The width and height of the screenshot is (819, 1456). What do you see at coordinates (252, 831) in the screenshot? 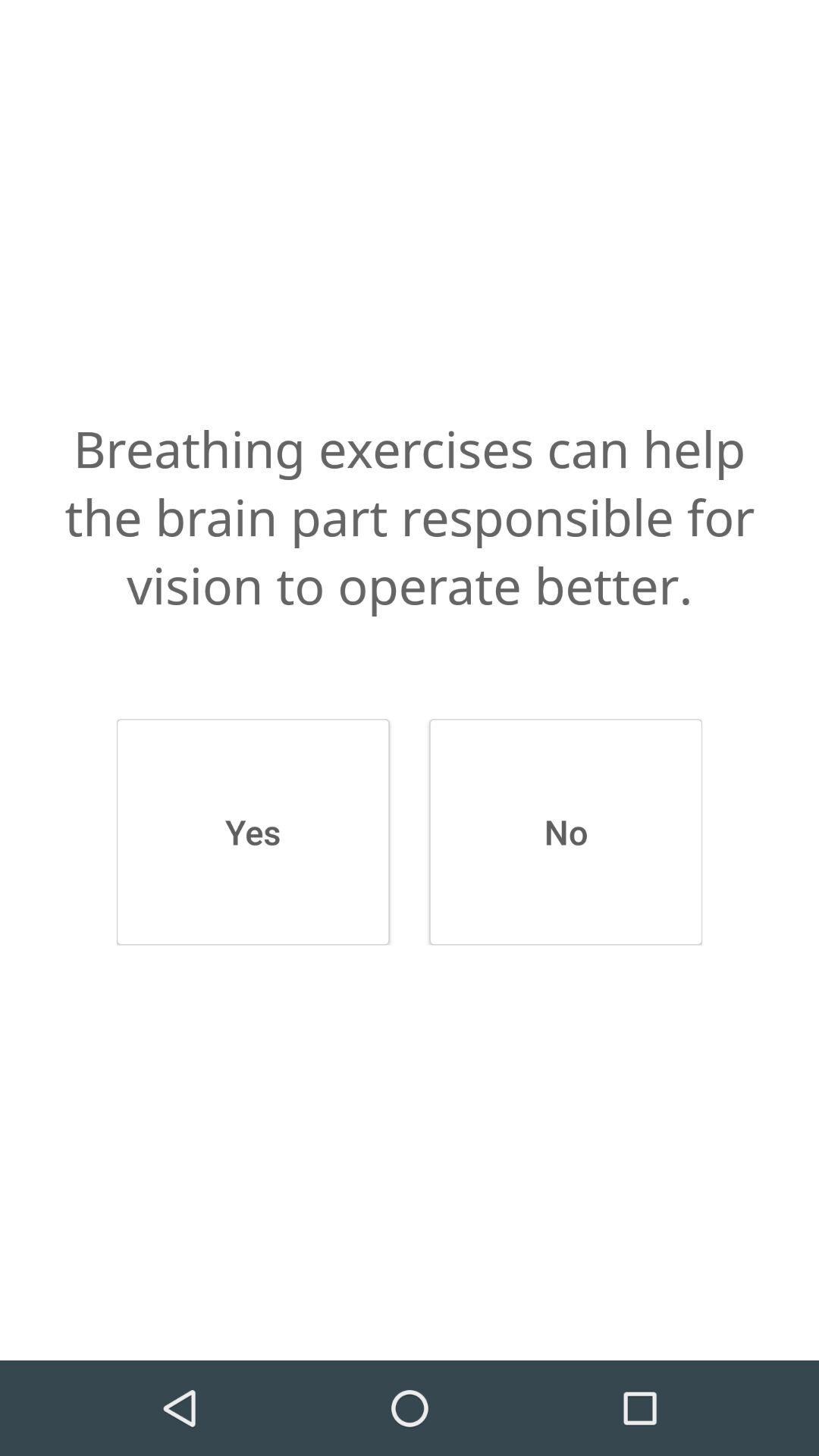
I see `item next to the no button` at bounding box center [252, 831].